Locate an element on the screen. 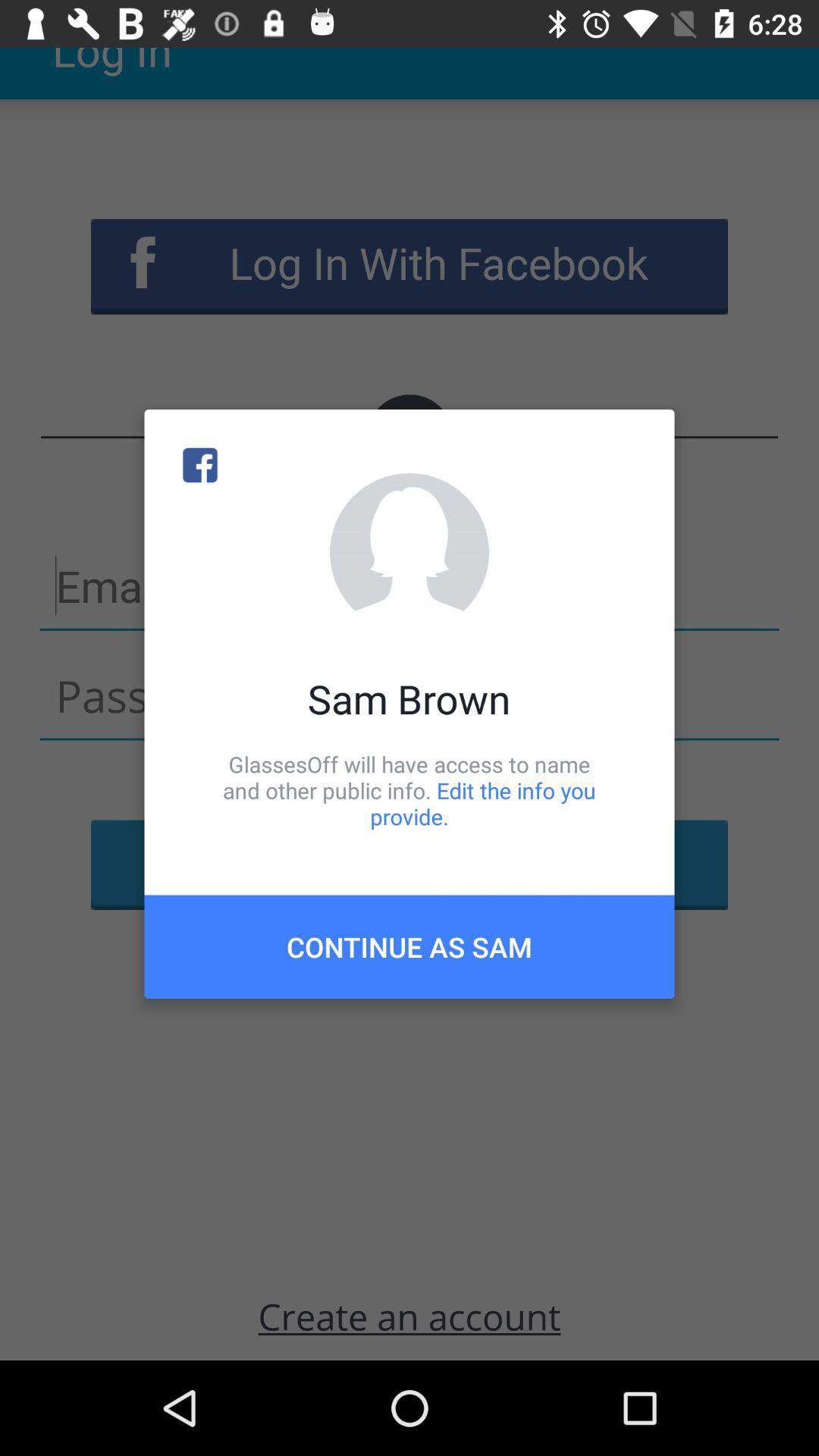  the continue as sam icon is located at coordinates (409, 946).